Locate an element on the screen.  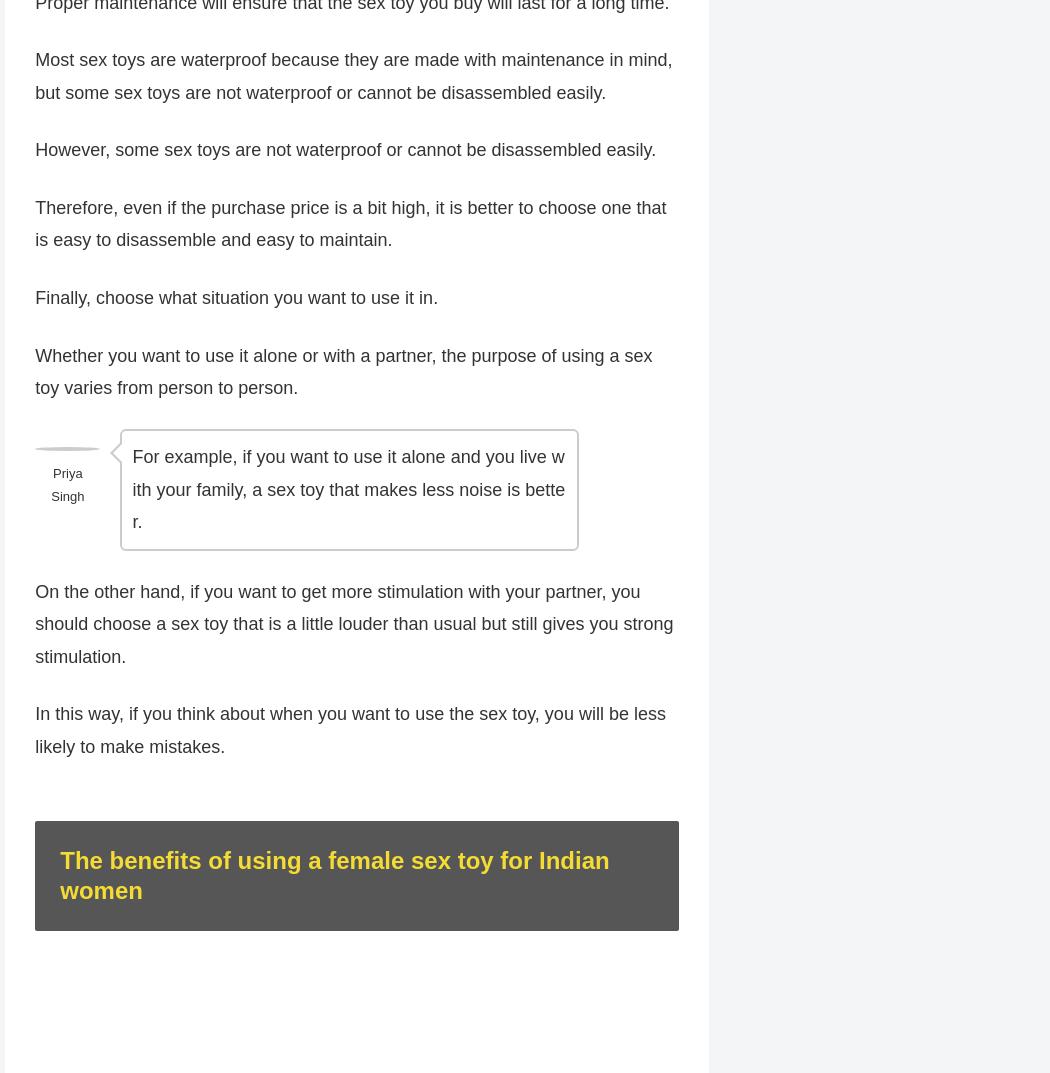
'Whether you want to use it alone or with a partner, the purpose of using a sex toy varies from person to person.' is located at coordinates (342, 372).